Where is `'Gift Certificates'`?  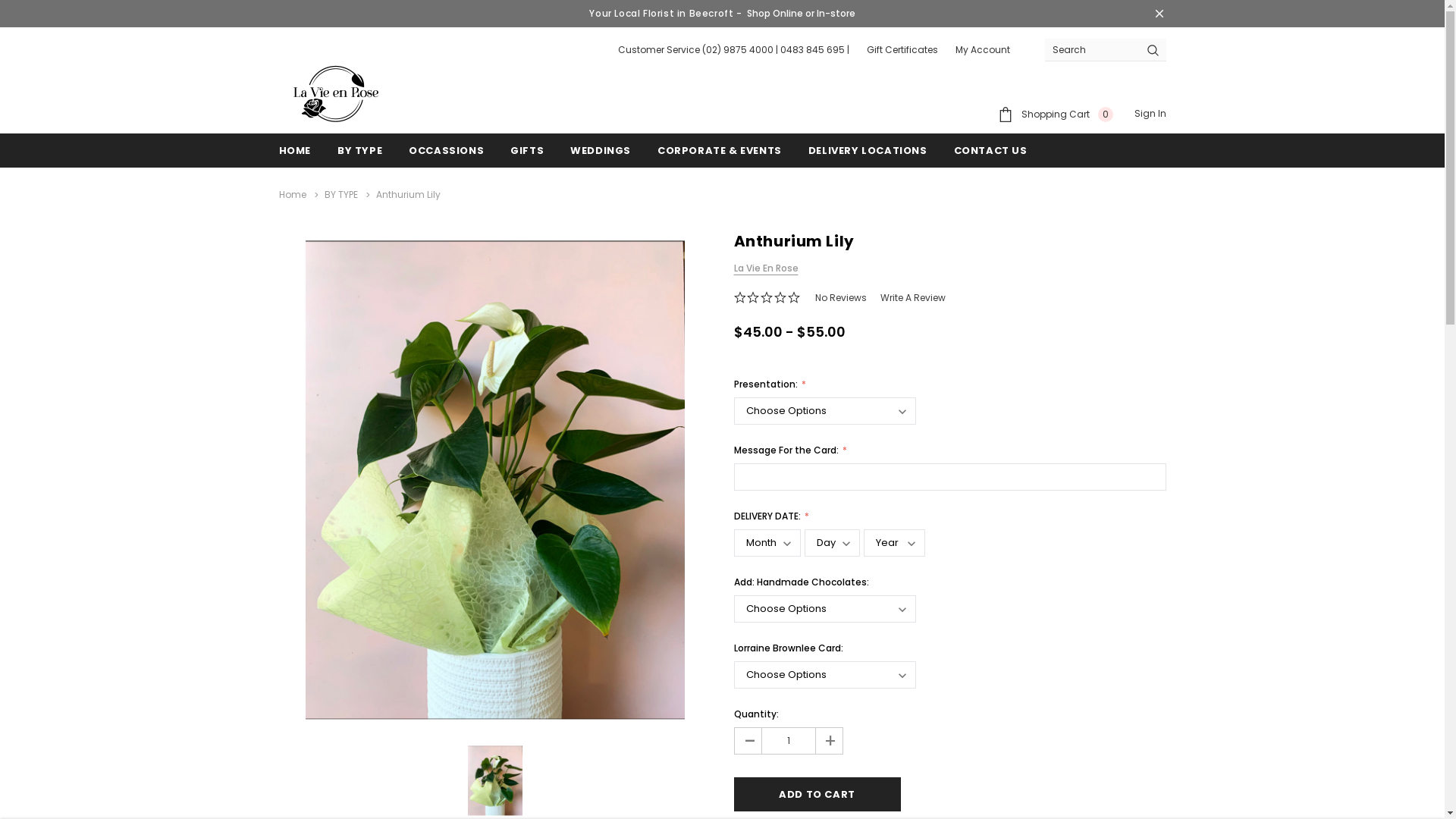 'Gift Certificates' is located at coordinates (902, 49).